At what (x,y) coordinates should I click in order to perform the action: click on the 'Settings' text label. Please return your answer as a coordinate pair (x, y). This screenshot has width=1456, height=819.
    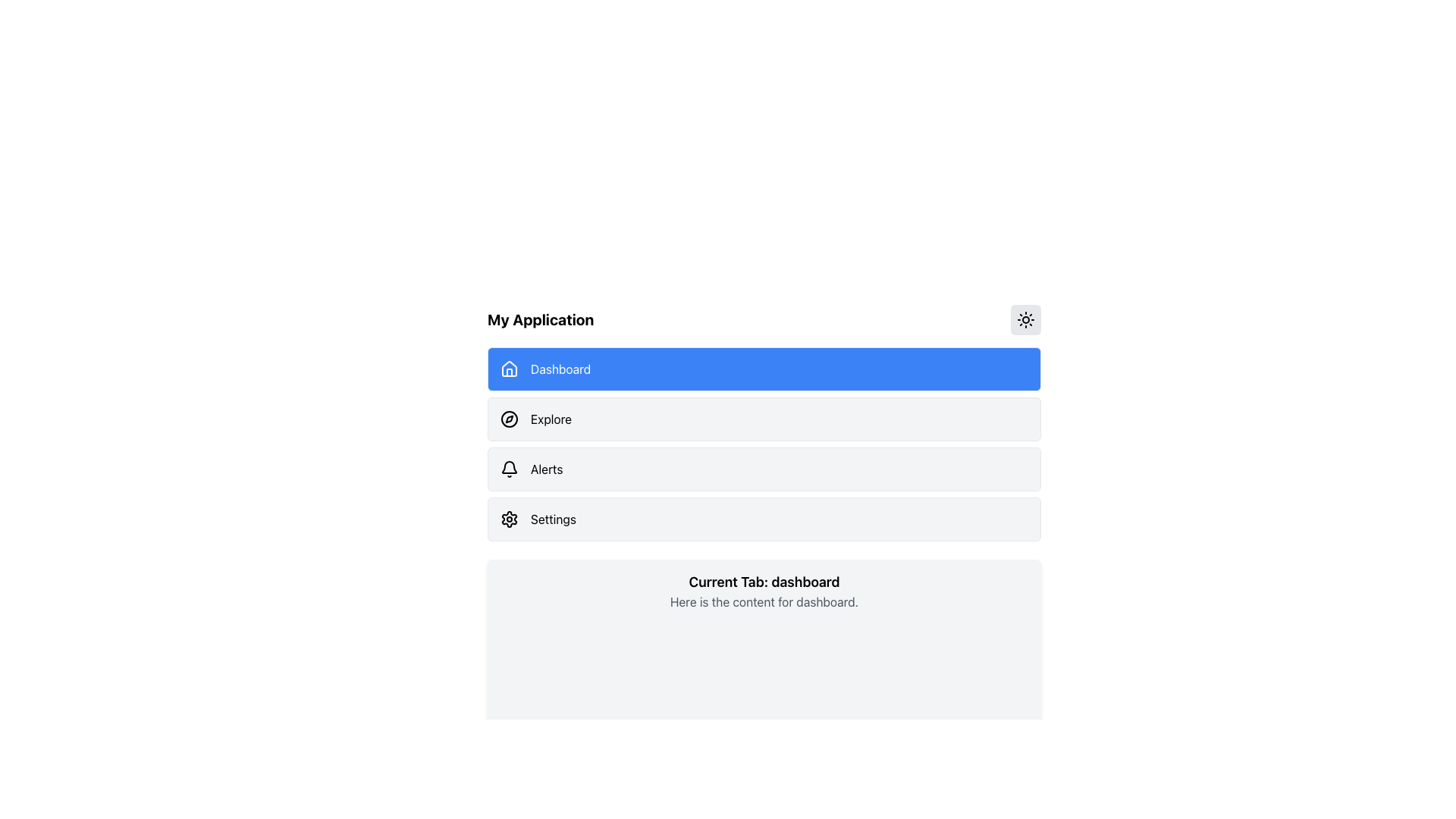
    Looking at the image, I should click on (552, 519).